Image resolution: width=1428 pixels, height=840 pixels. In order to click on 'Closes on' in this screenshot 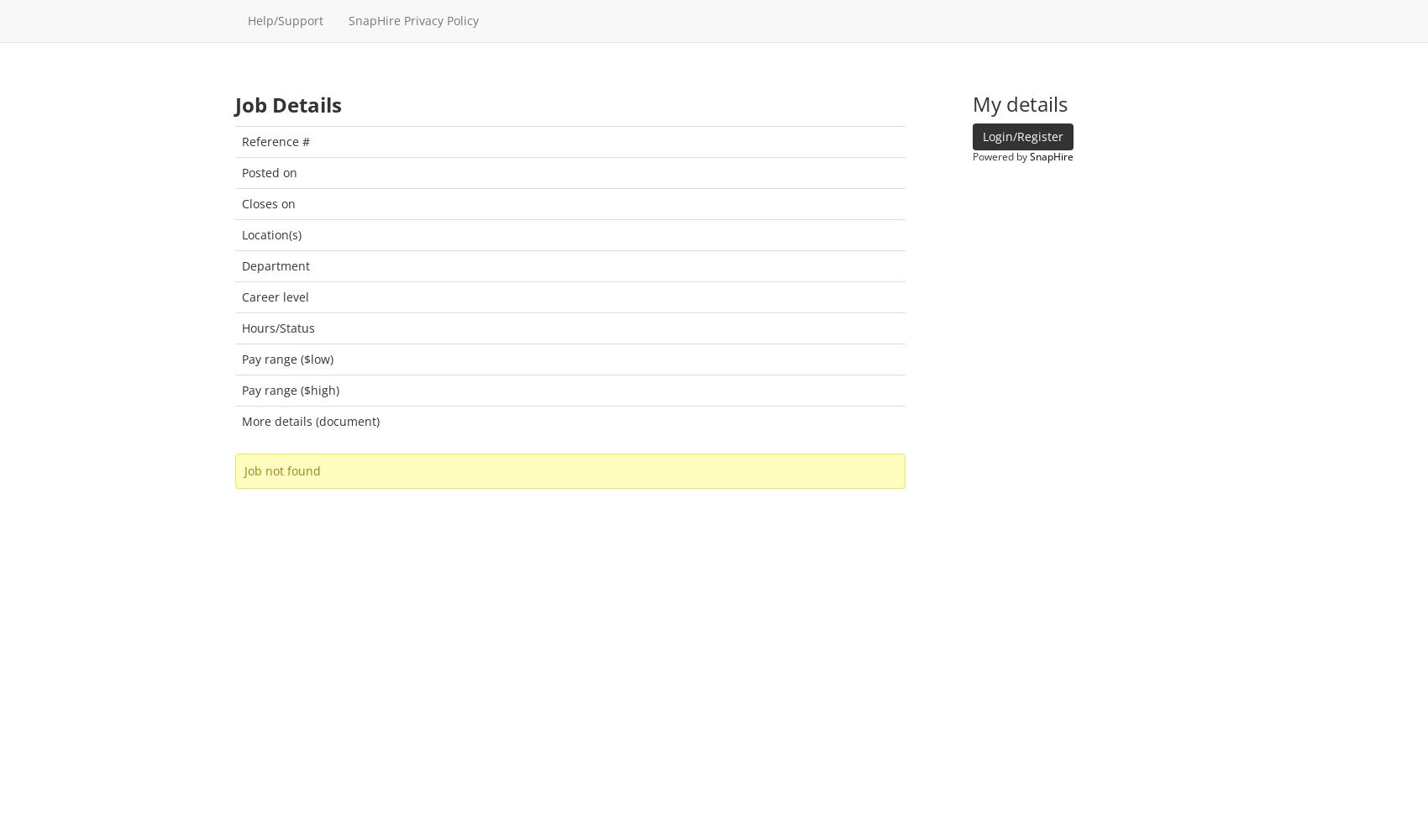, I will do `click(268, 202)`.